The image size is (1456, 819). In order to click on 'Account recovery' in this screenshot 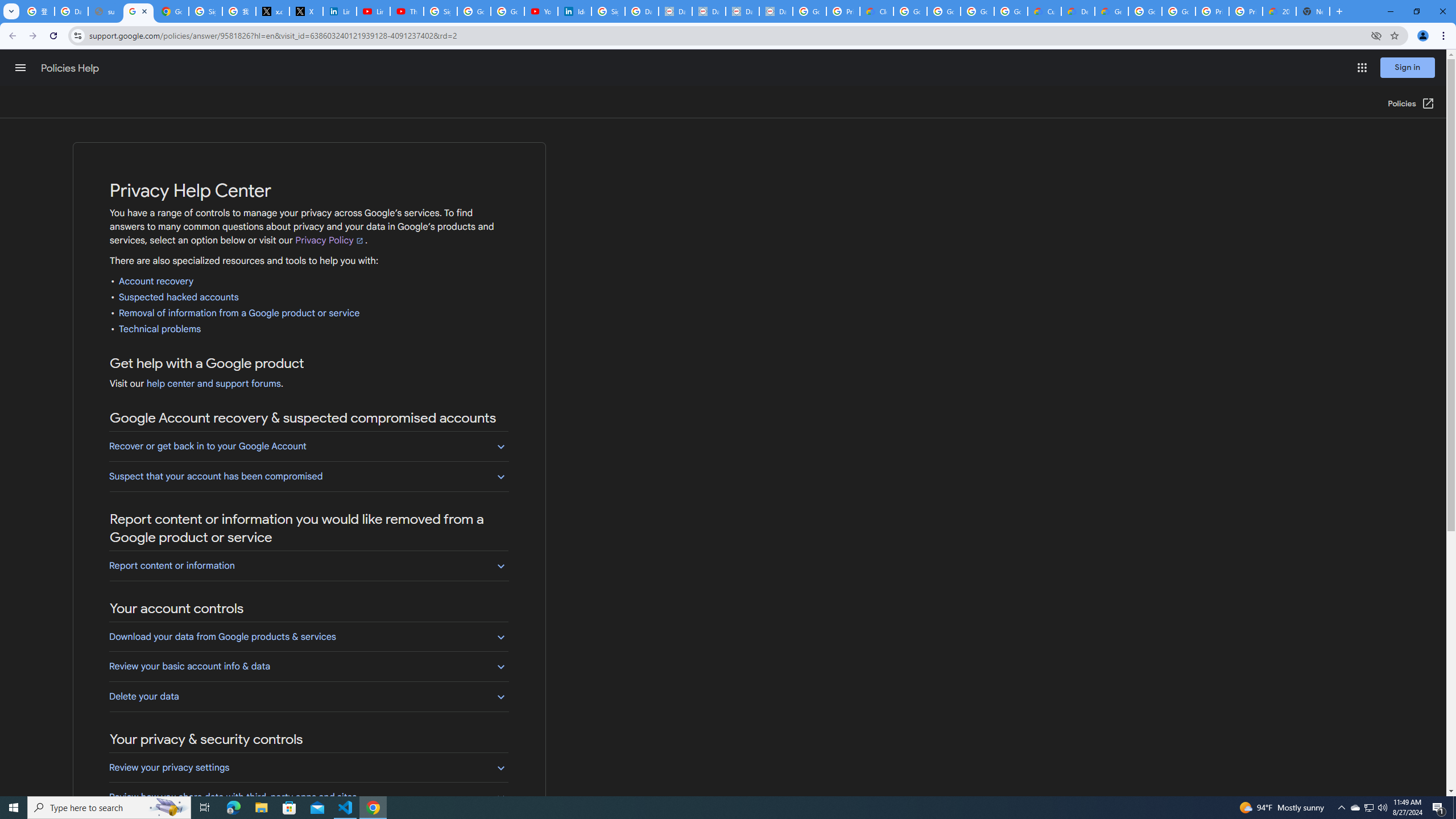, I will do `click(156, 281)`.